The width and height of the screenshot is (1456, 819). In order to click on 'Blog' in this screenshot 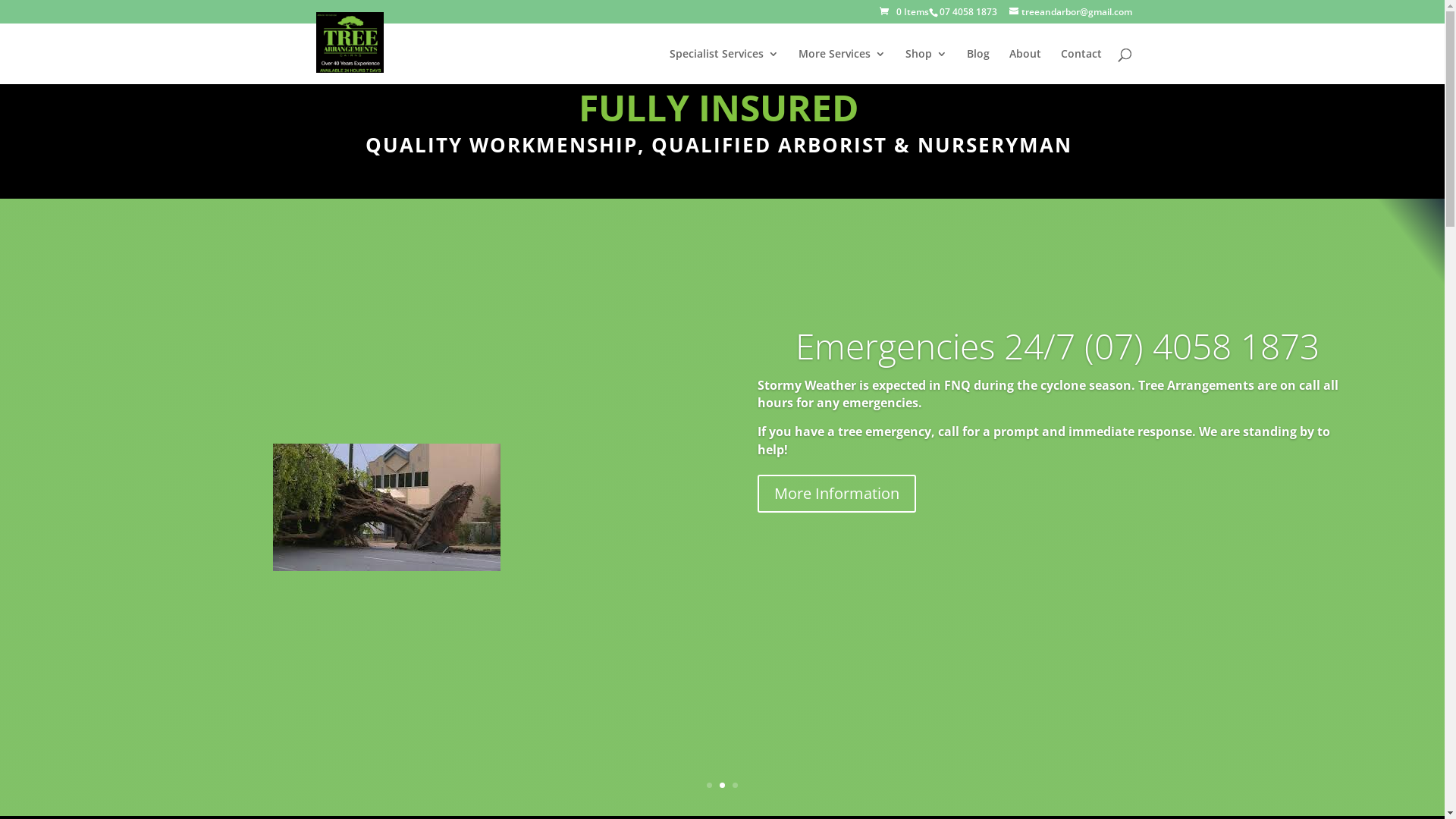, I will do `click(977, 65)`.